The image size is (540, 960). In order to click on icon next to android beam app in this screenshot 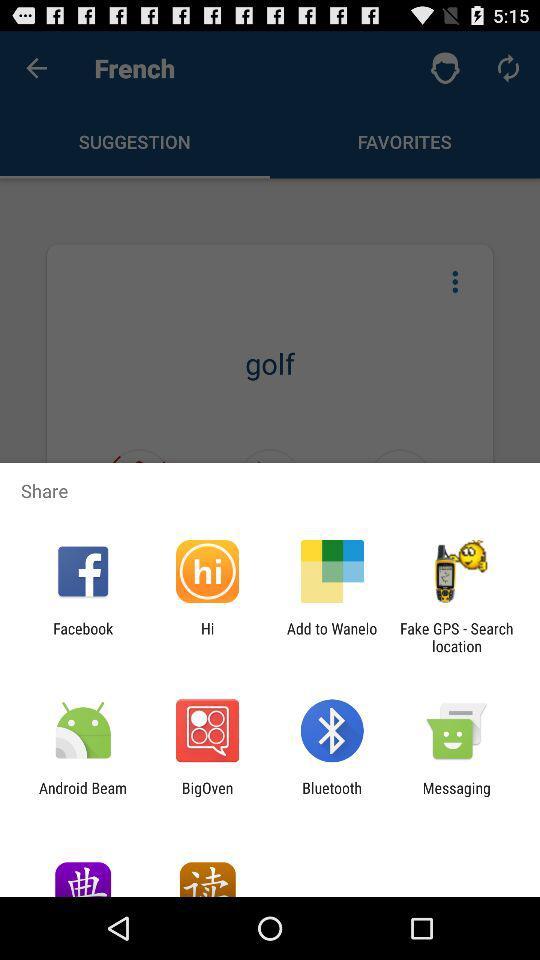, I will do `click(206, 796)`.